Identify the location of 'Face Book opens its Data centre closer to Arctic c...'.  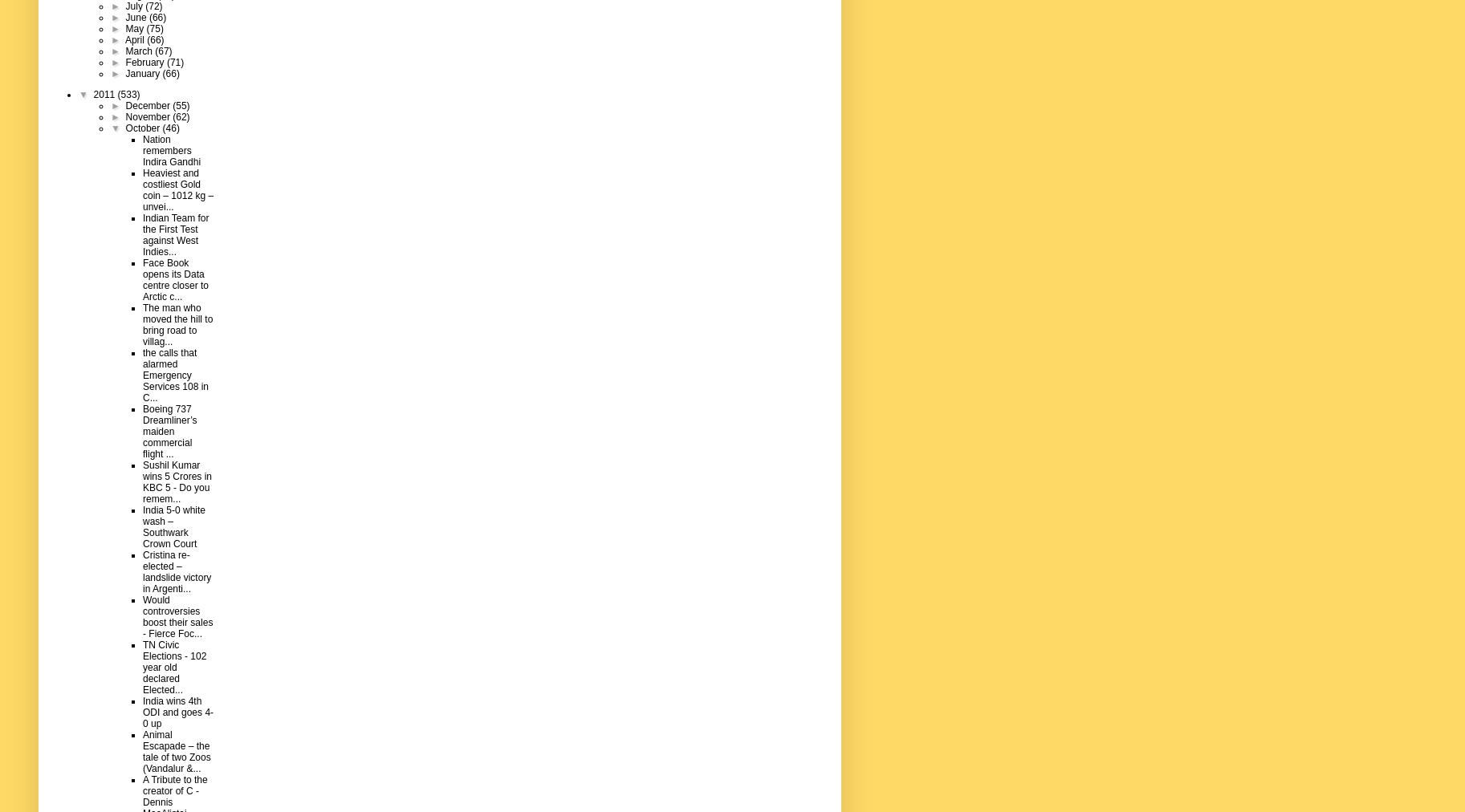
(176, 278).